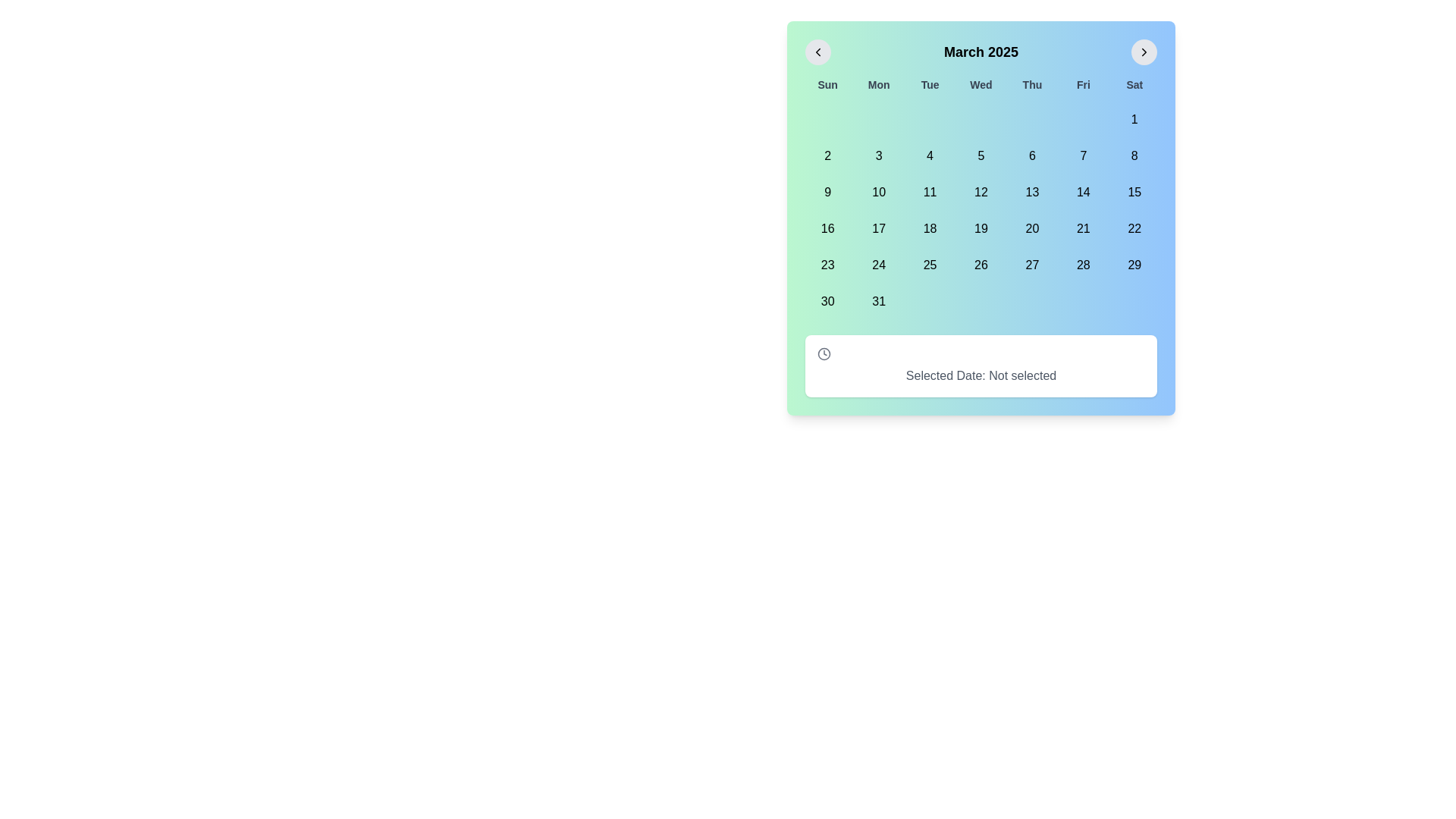  What do you see at coordinates (827, 192) in the screenshot?
I see `the button labeled '9' in the calendar grid` at bounding box center [827, 192].